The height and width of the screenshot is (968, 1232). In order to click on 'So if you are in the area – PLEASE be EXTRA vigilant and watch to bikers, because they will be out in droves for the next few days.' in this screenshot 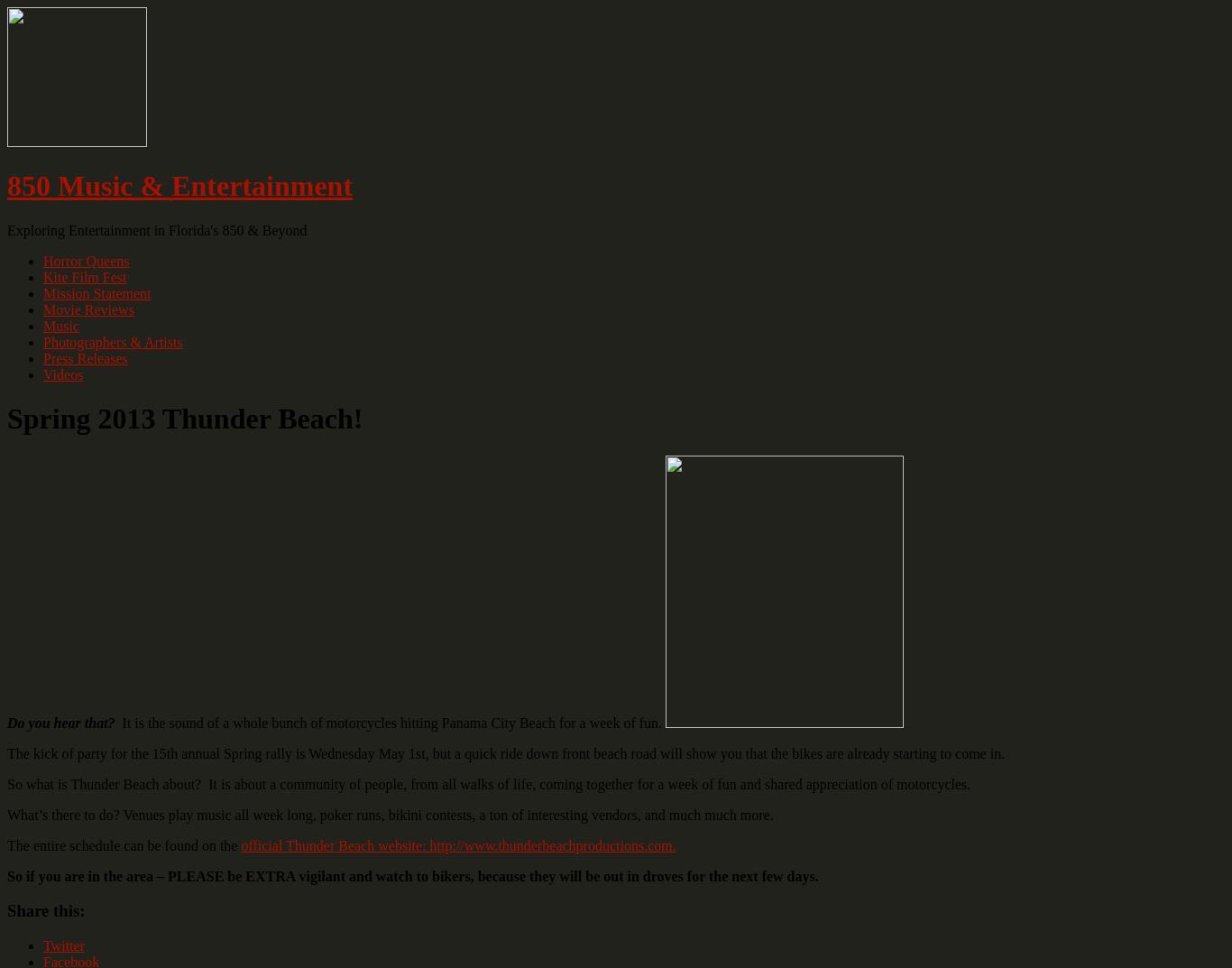, I will do `click(414, 874)`.